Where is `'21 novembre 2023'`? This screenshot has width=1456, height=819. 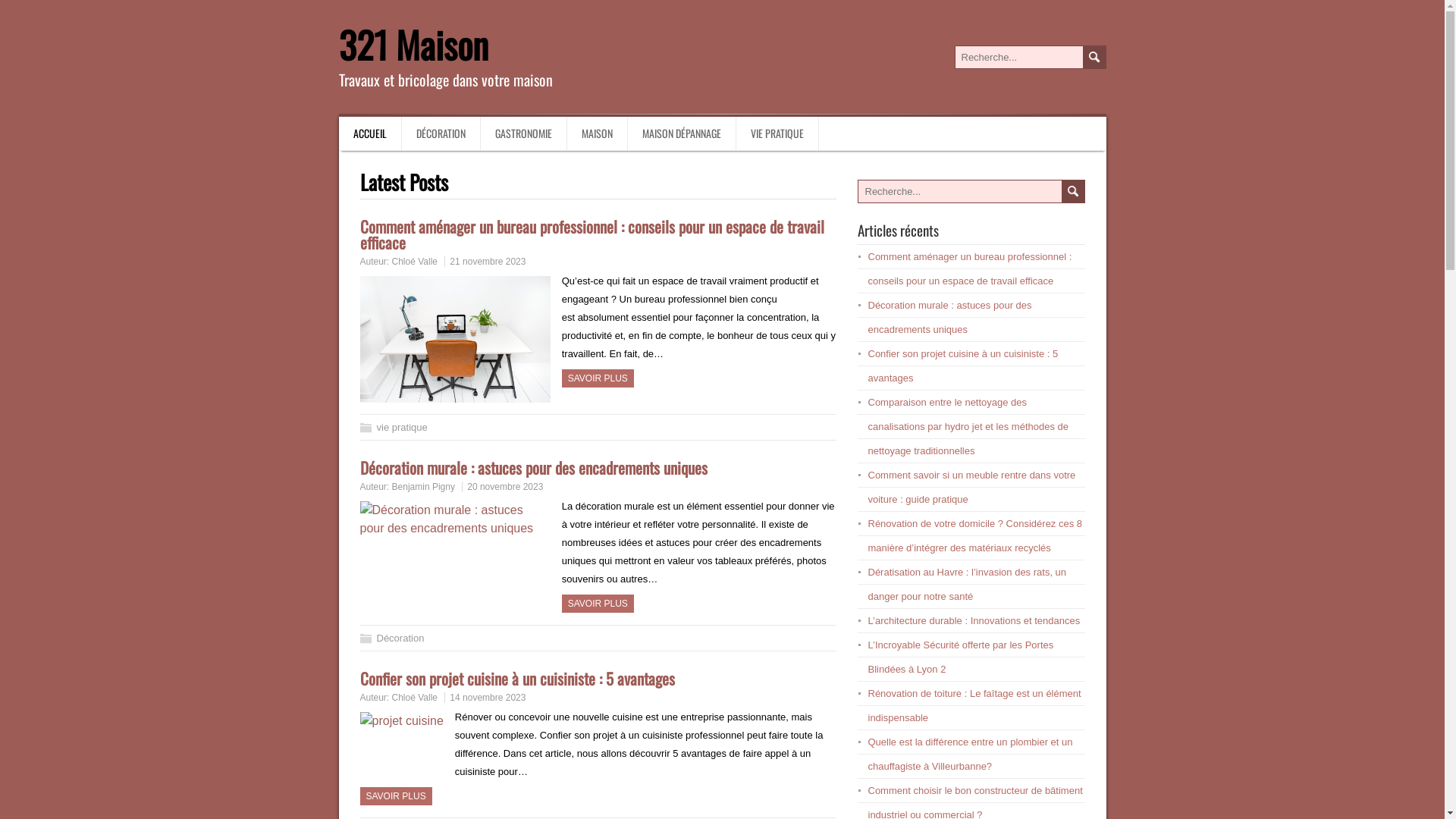
'21 novembre 2023' is located at coordinates (488, 260).